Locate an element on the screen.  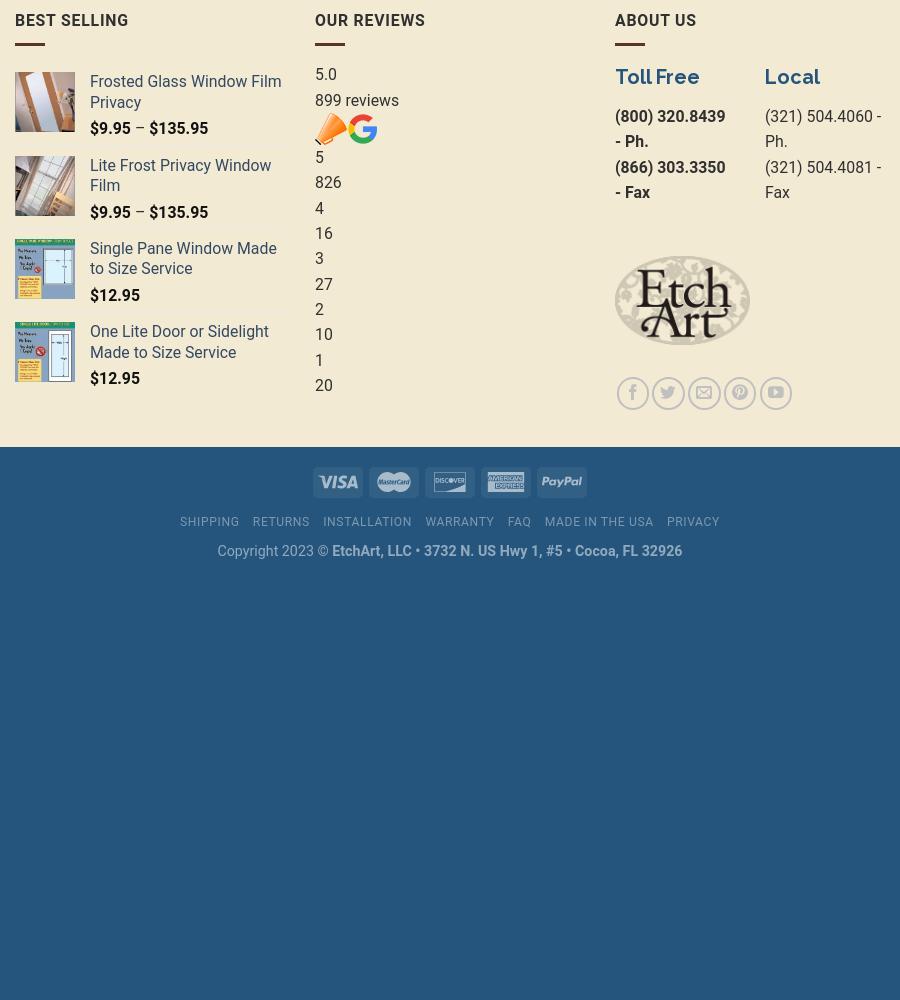
'Single Pane Window Made to Size Service' is located at coordinates (89, 258).